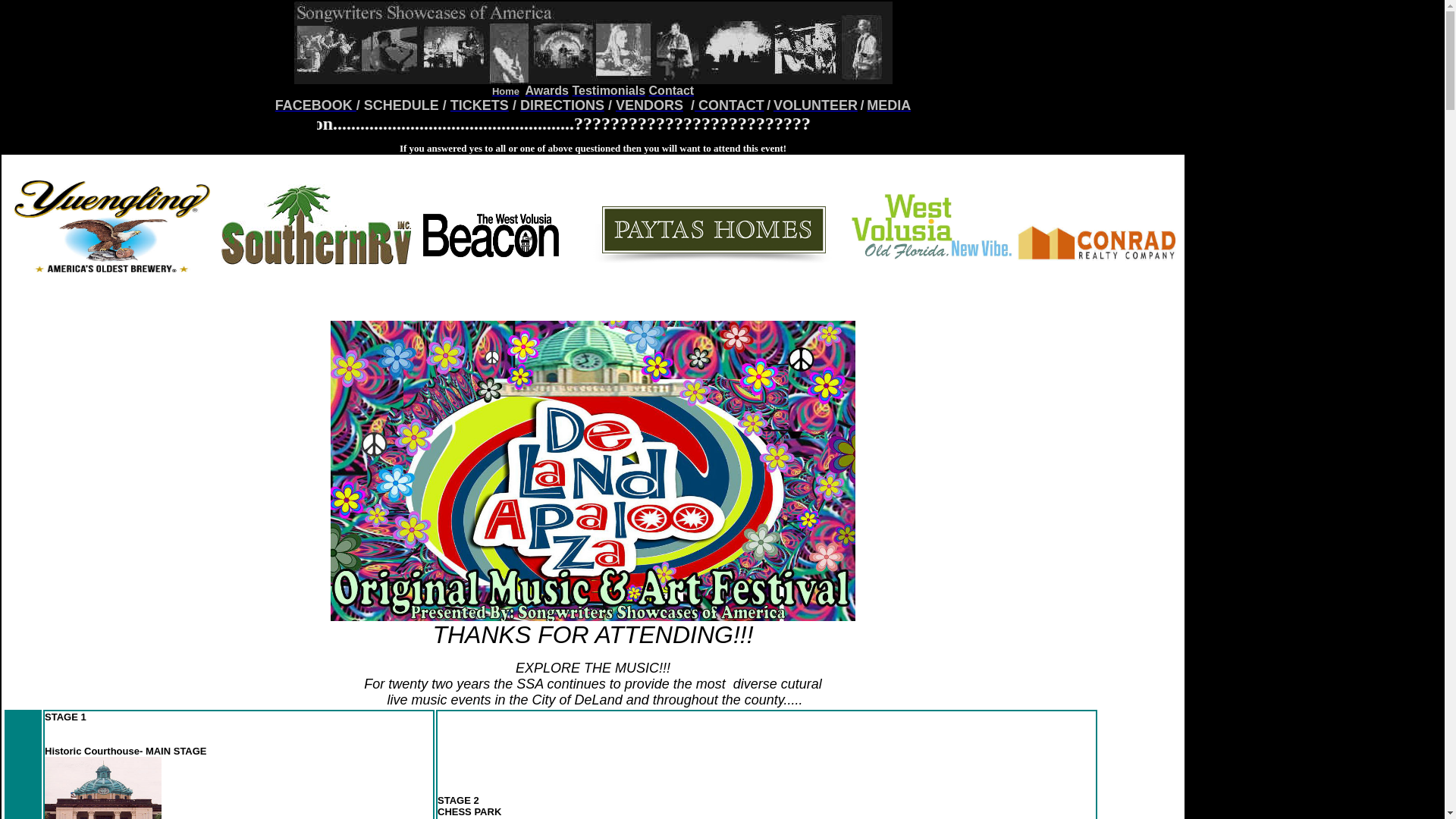 The width and height of the screenshot is (1456, 819). I want to click on 'Testimonials', so click(608, 90).